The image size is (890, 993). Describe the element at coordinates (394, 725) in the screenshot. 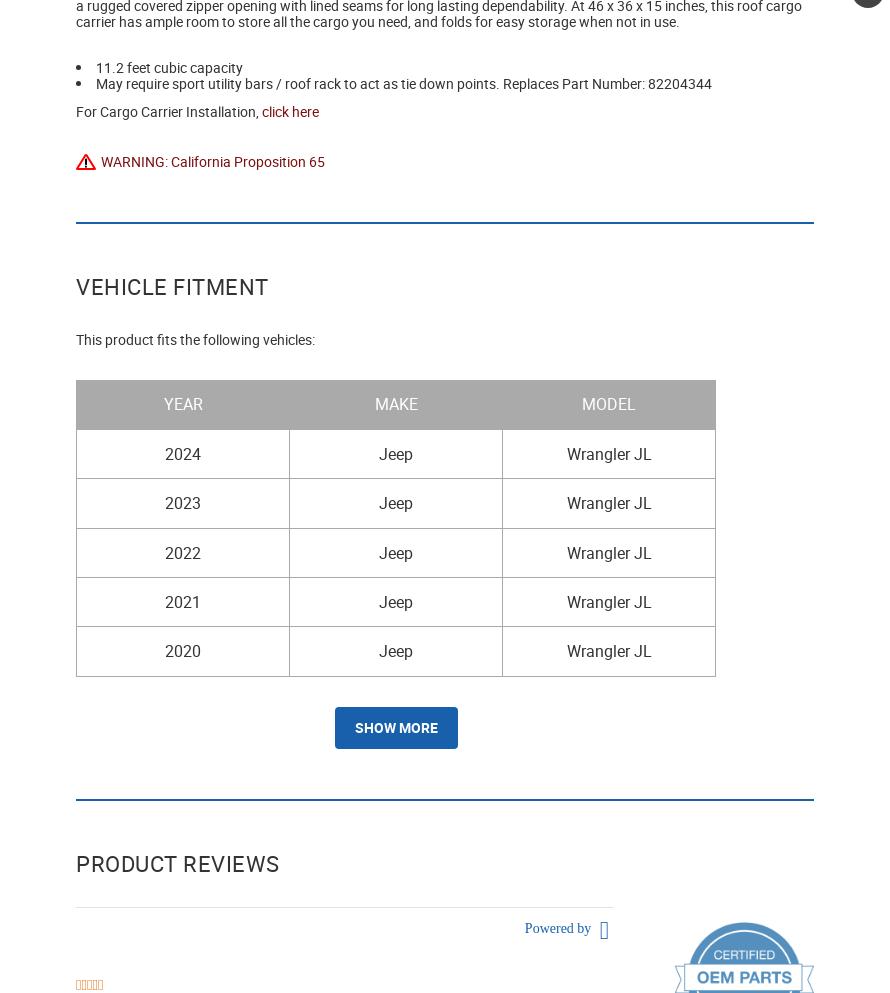

I see `'Show More'` at that location.